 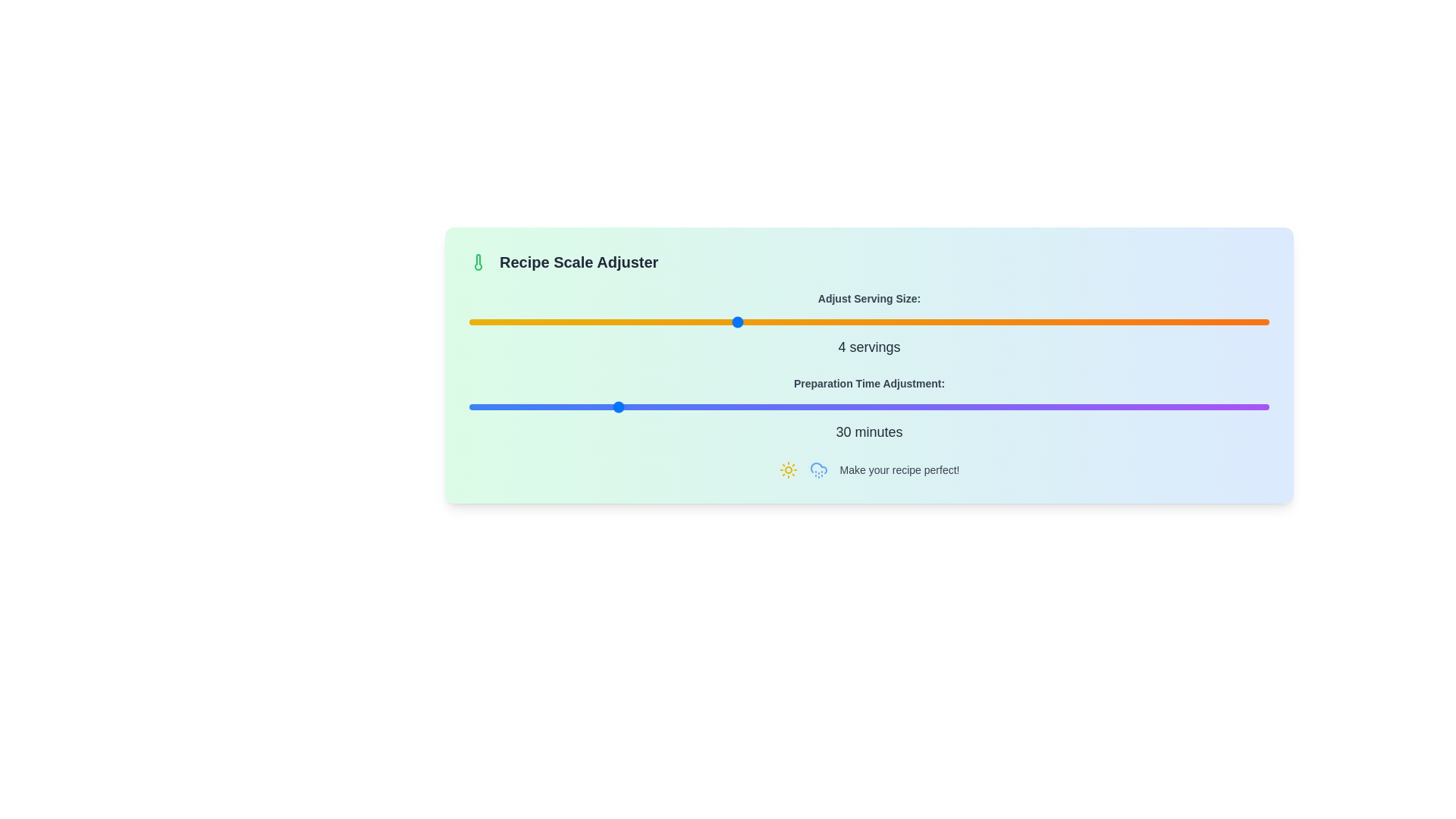 What do you see at coordinates (1036, 406) in the screenshot?
I see `the preparation time` at bounding box center [1036, 406].